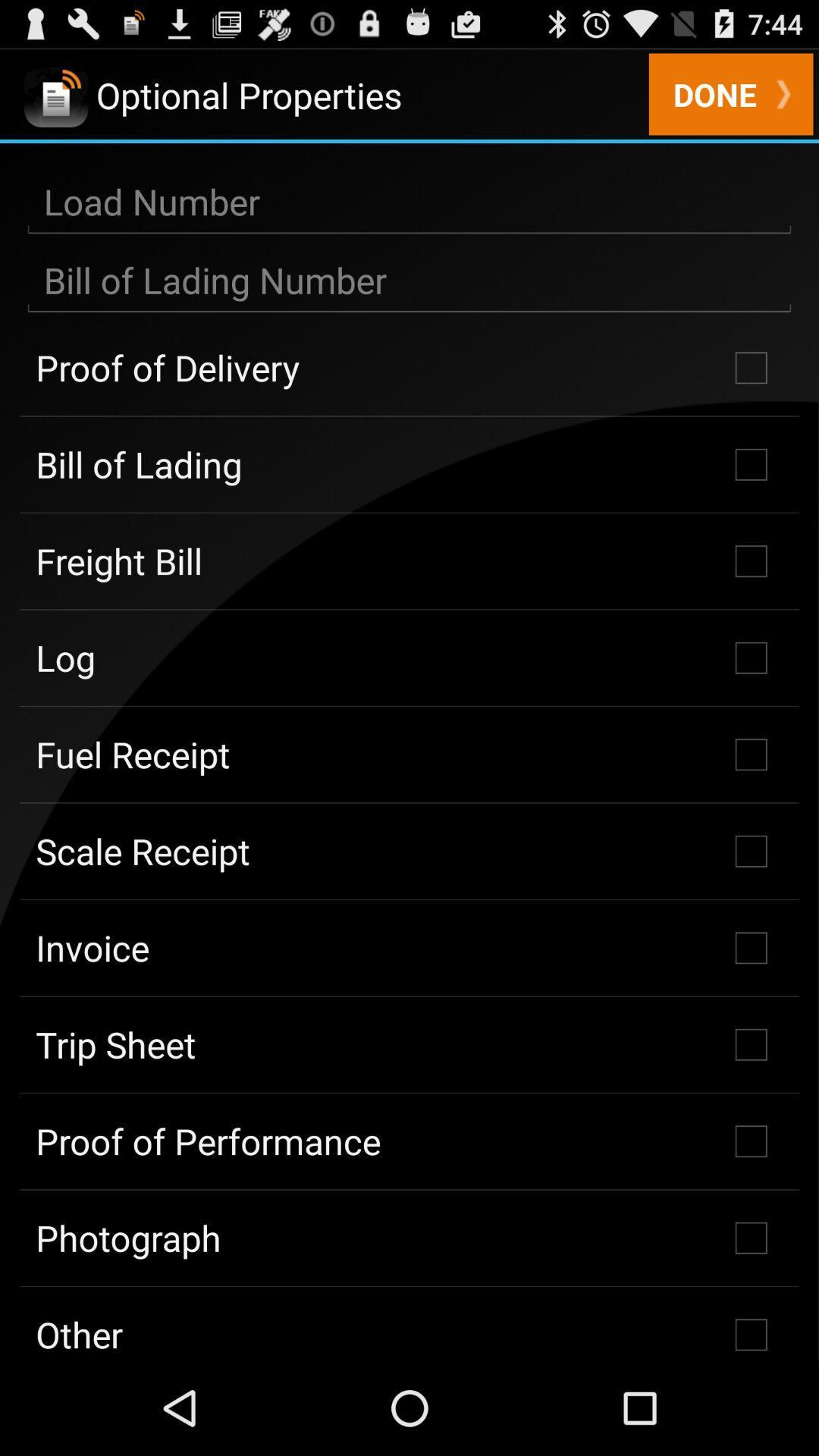 This screenshot has width=819, height=1456. Describe the element at coordinates (409, 947) in the screenshot. I see `item below the scale receipt icon` at that location.